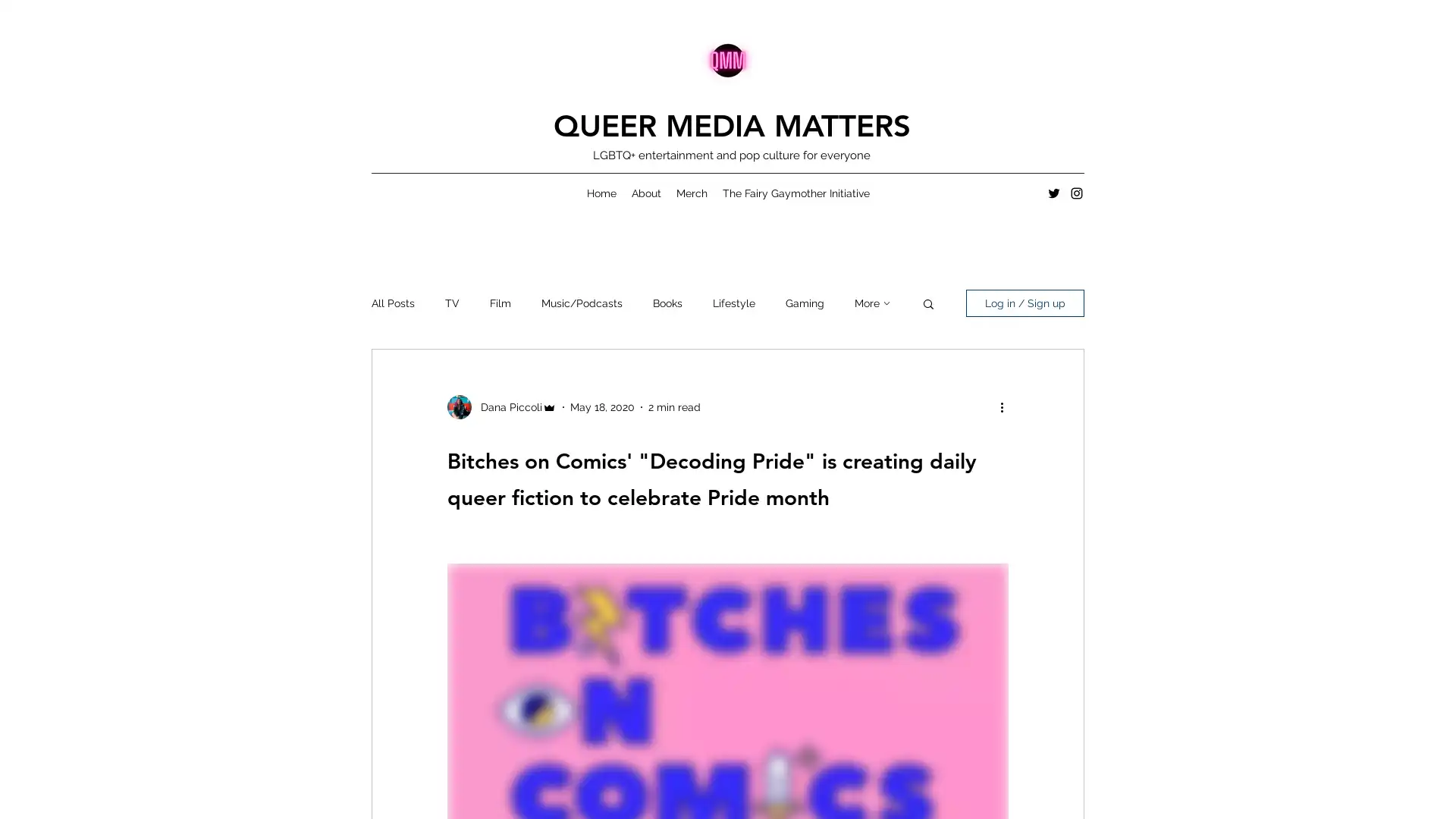 This screenshot has height=819, width=1456. Describe the element at coordinates (1025, 303) in the screenshot. I see `Log in / Sign up` at that location.